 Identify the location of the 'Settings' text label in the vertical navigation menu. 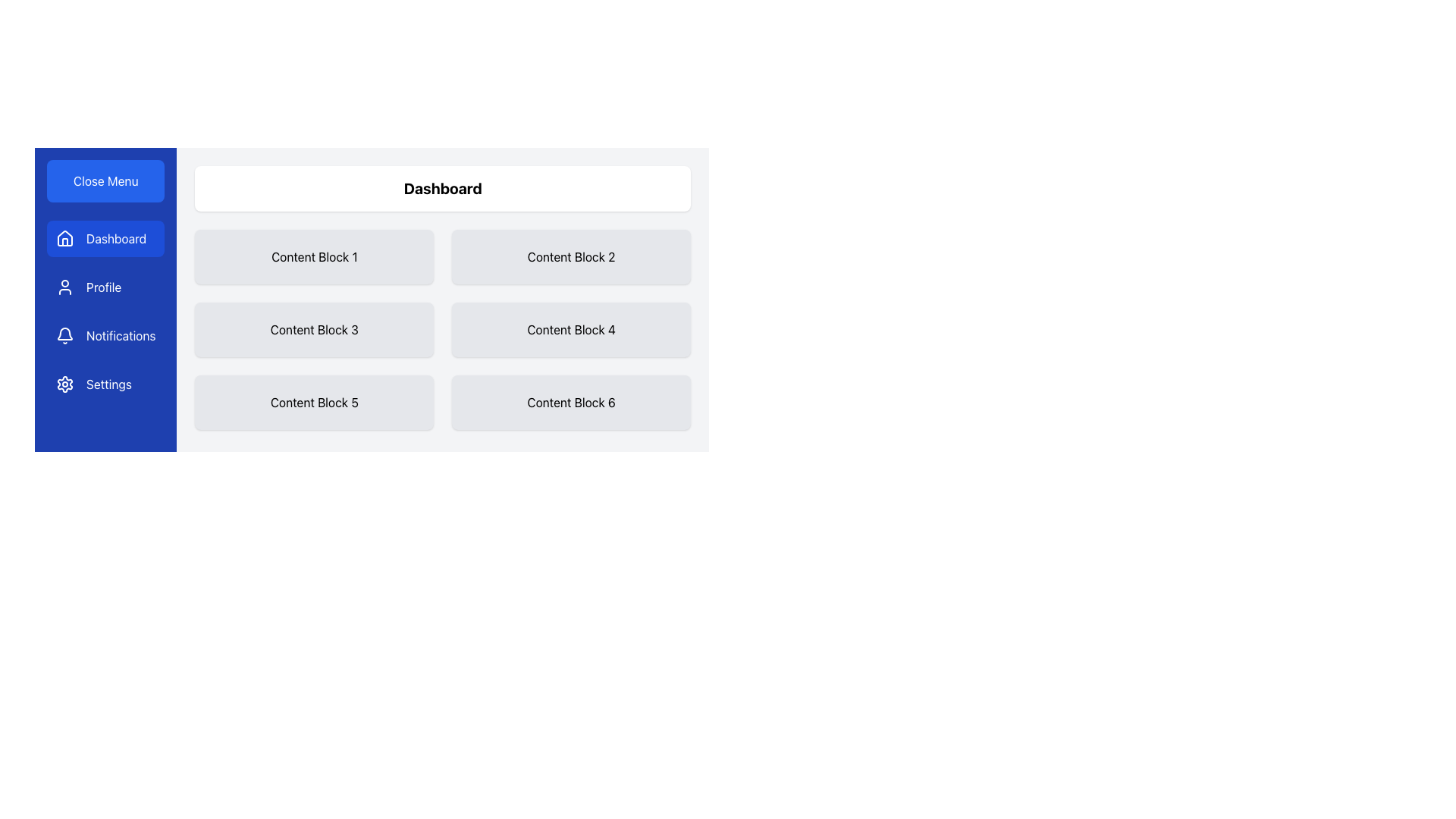
(108, 383).